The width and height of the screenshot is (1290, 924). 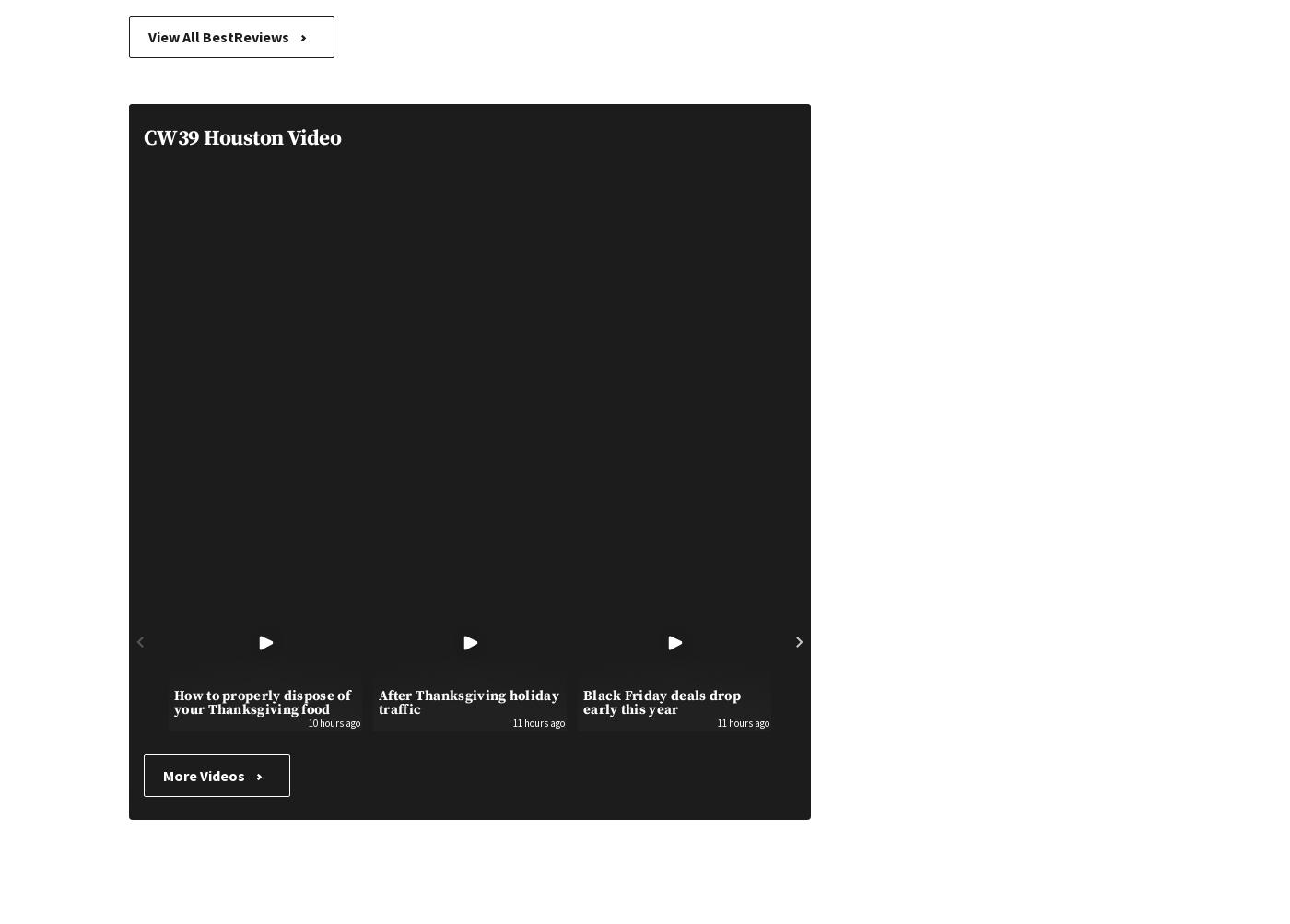 What do you see at coordinates (468, 701) in the screenshot?
I see `'After Thanksgiving holiday traffic'` at bounding box center [468, 701].